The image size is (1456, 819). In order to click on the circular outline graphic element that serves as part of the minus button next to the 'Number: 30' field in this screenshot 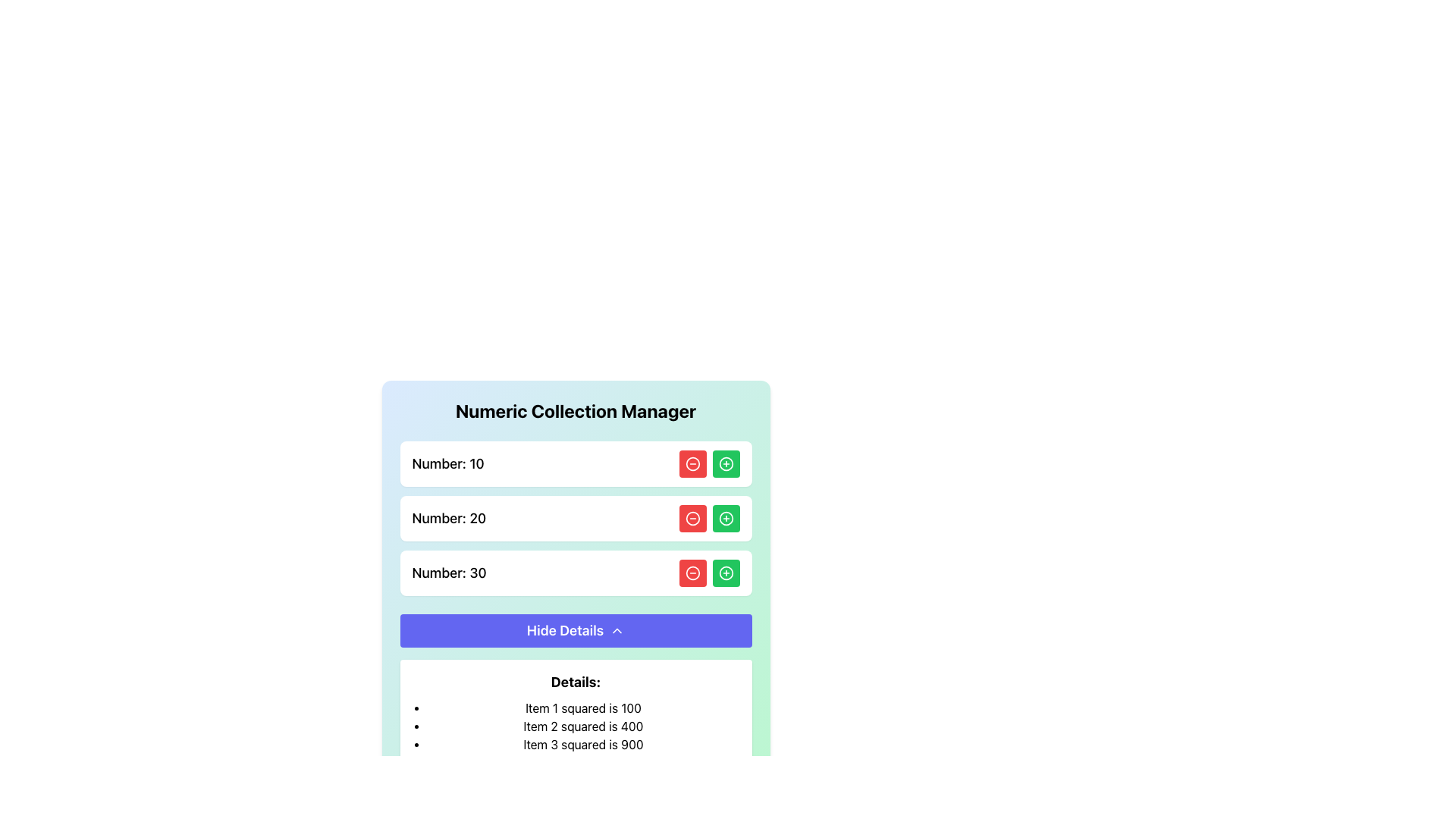, I will do `click(692, 573)`.